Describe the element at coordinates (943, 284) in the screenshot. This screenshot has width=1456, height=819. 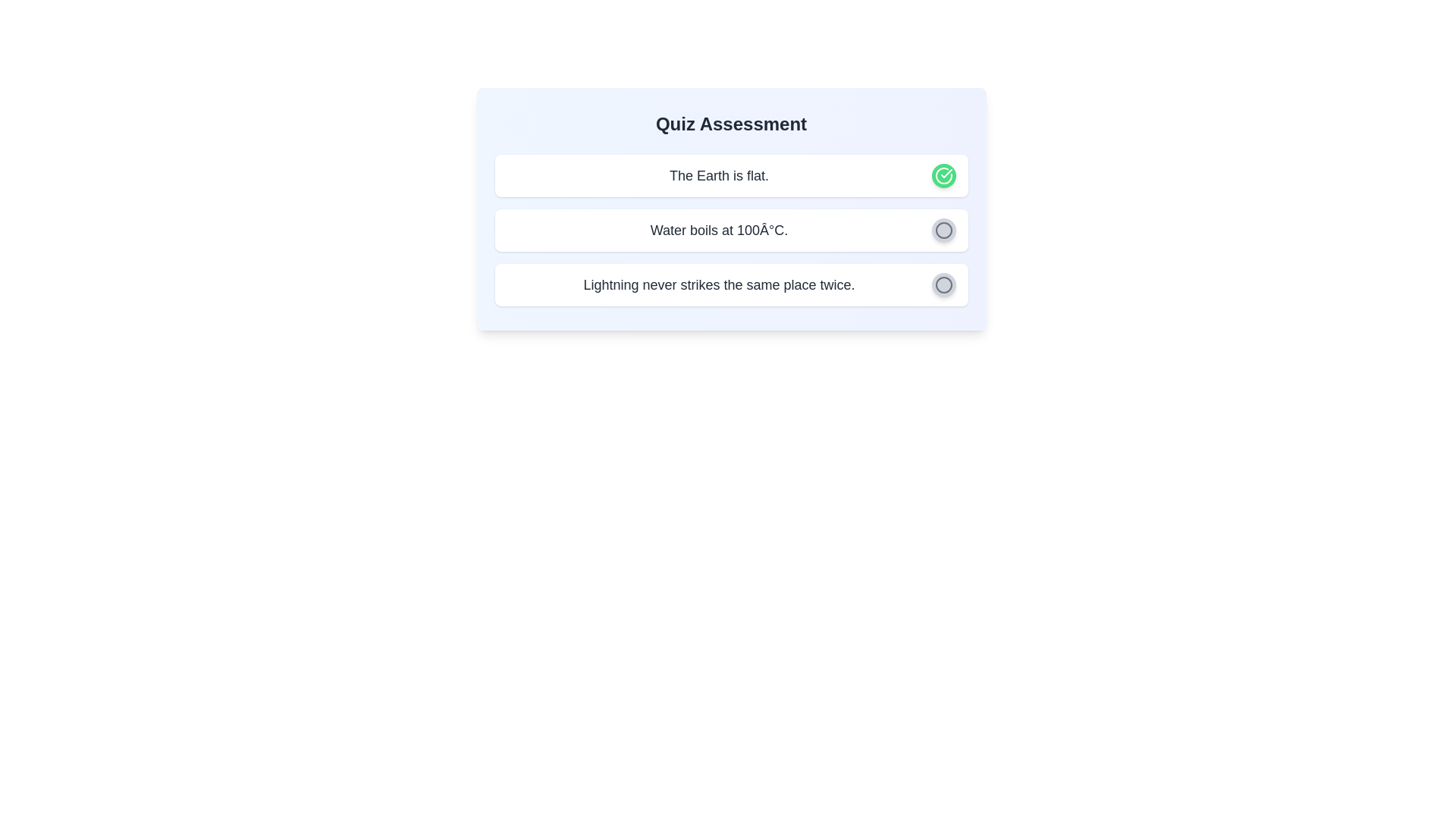
I see `the question 'Lightning never strikes the same place twice.' by clicking the corresponding button` at that location.